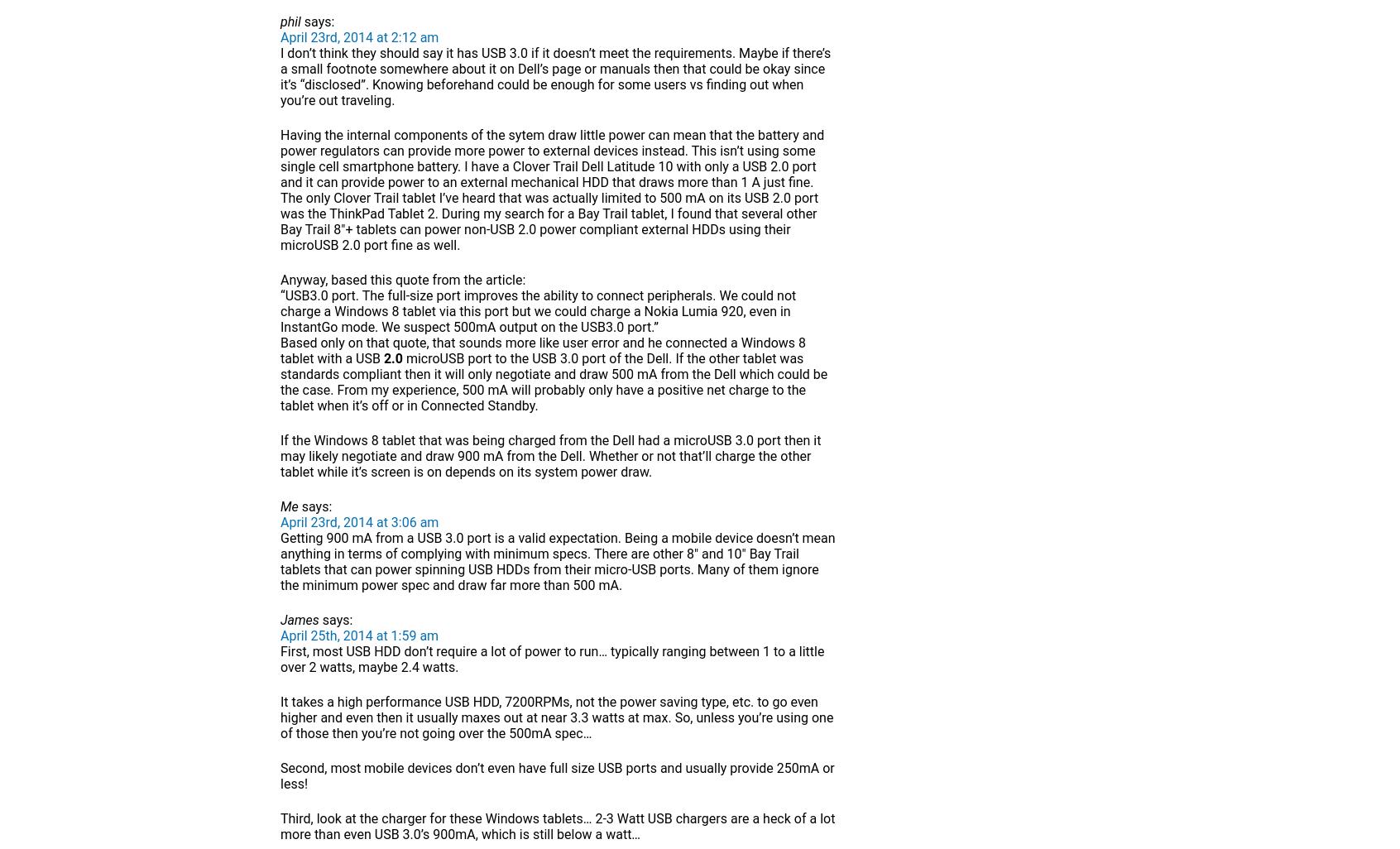  Describe the element at coordinates (280, 351) in the screenshot. I see `'Based only on that quote, that sounds more like user error and he connected a Windows 8 tablet with a USB'` at that location.